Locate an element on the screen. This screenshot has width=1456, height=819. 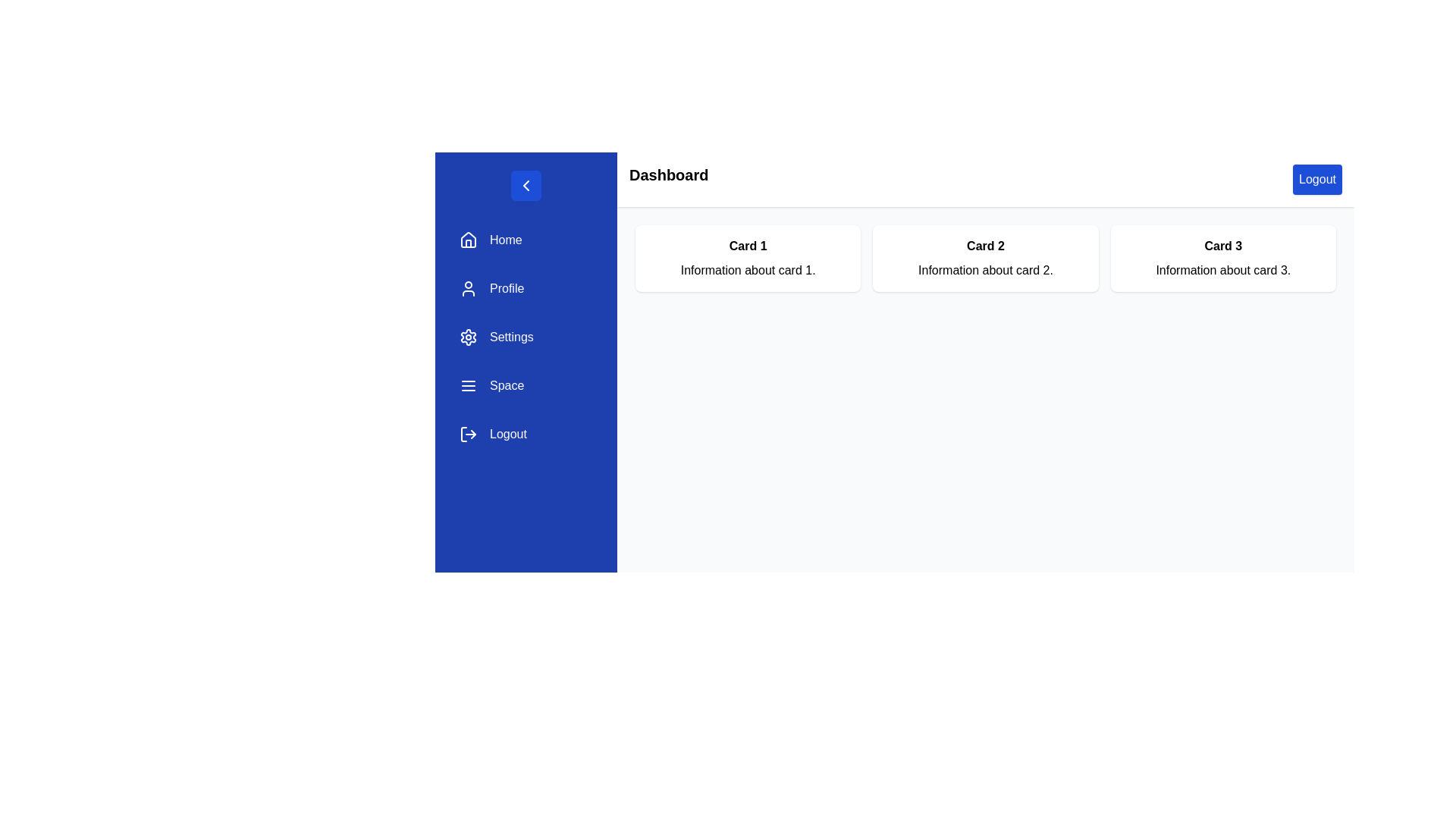
the three-line menu icon in the sidebar navigation panel associated with the 'Space' menu item is located at coordinates (468, 385).